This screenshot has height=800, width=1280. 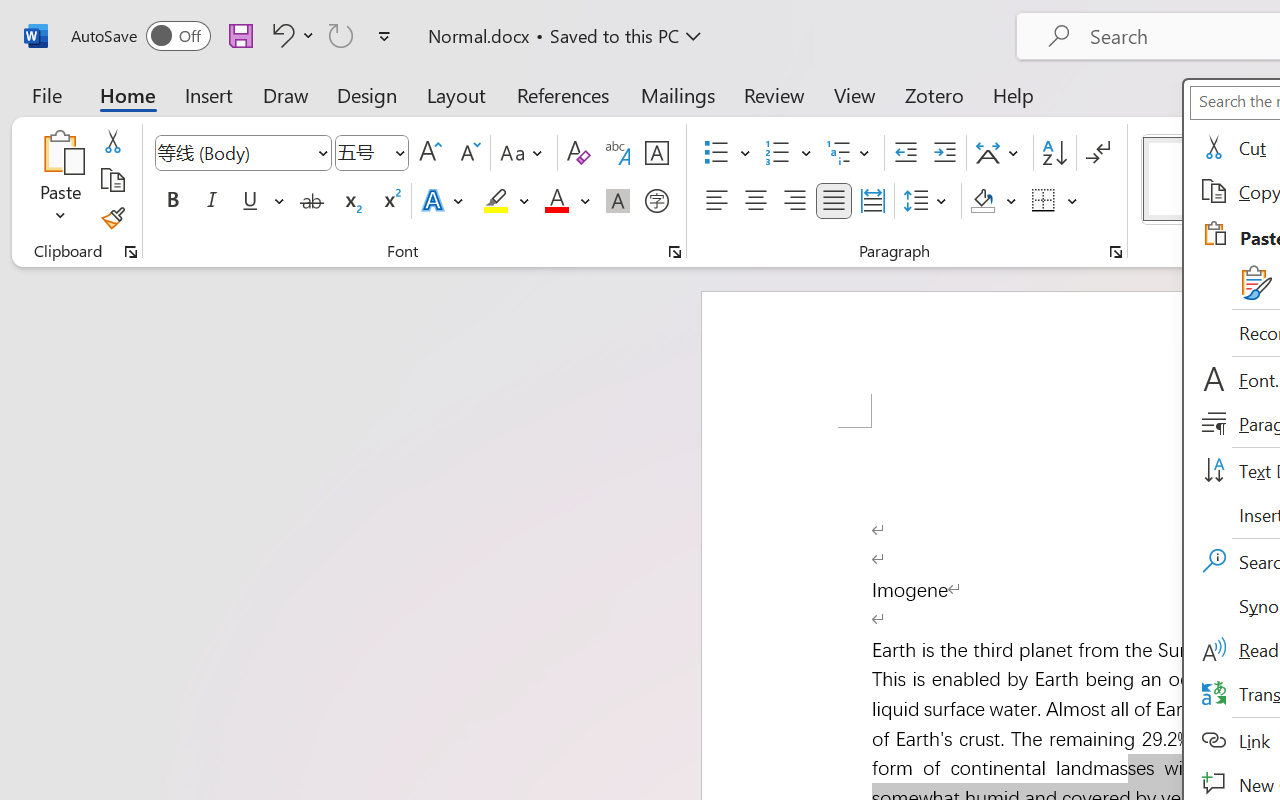 I want to click on 'Multilevel List', so click(x=850, y=153).